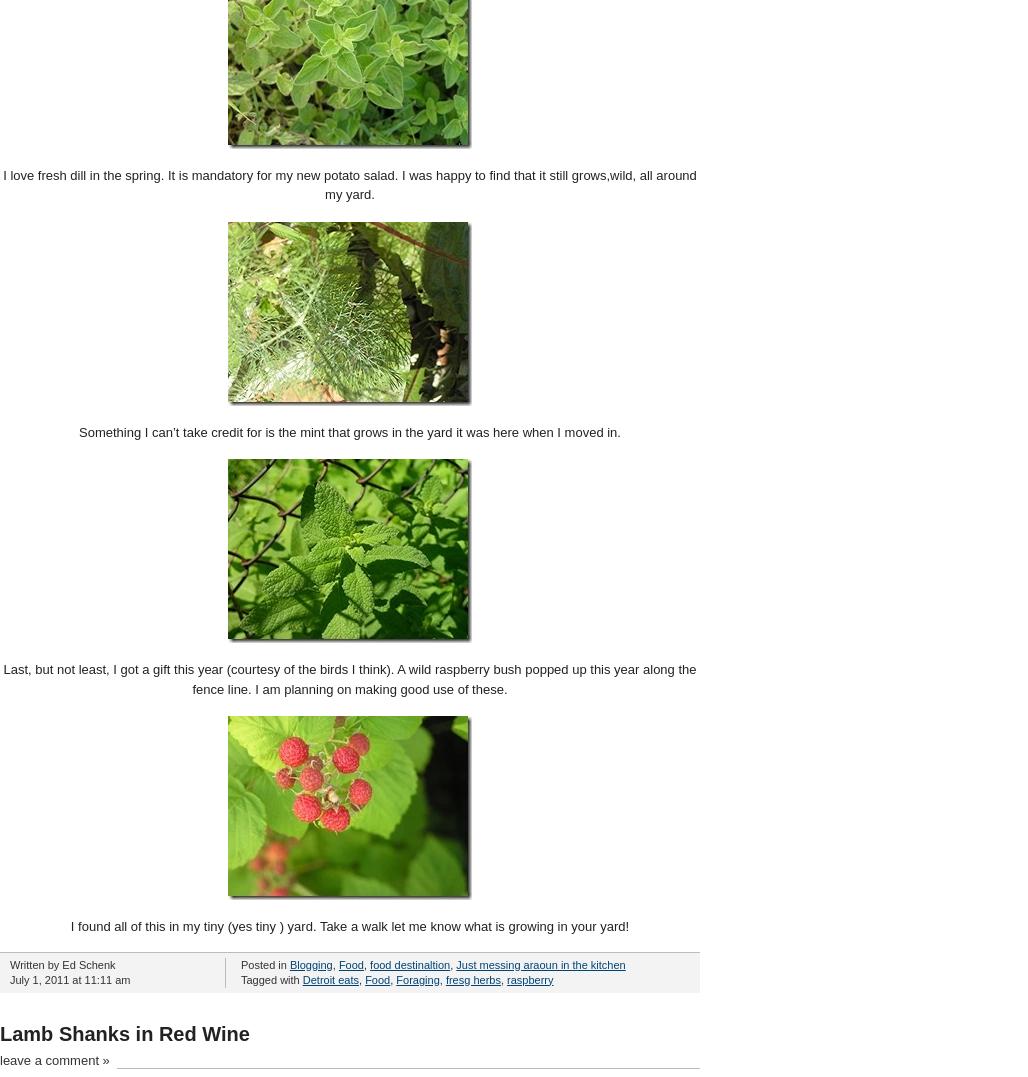 Image resolution: width=1028 pixels, height=1077 pixels. Describe the element at coordinates (62, 964) in the screenshot. I see `'Written by Ed Schenk'` at that location.